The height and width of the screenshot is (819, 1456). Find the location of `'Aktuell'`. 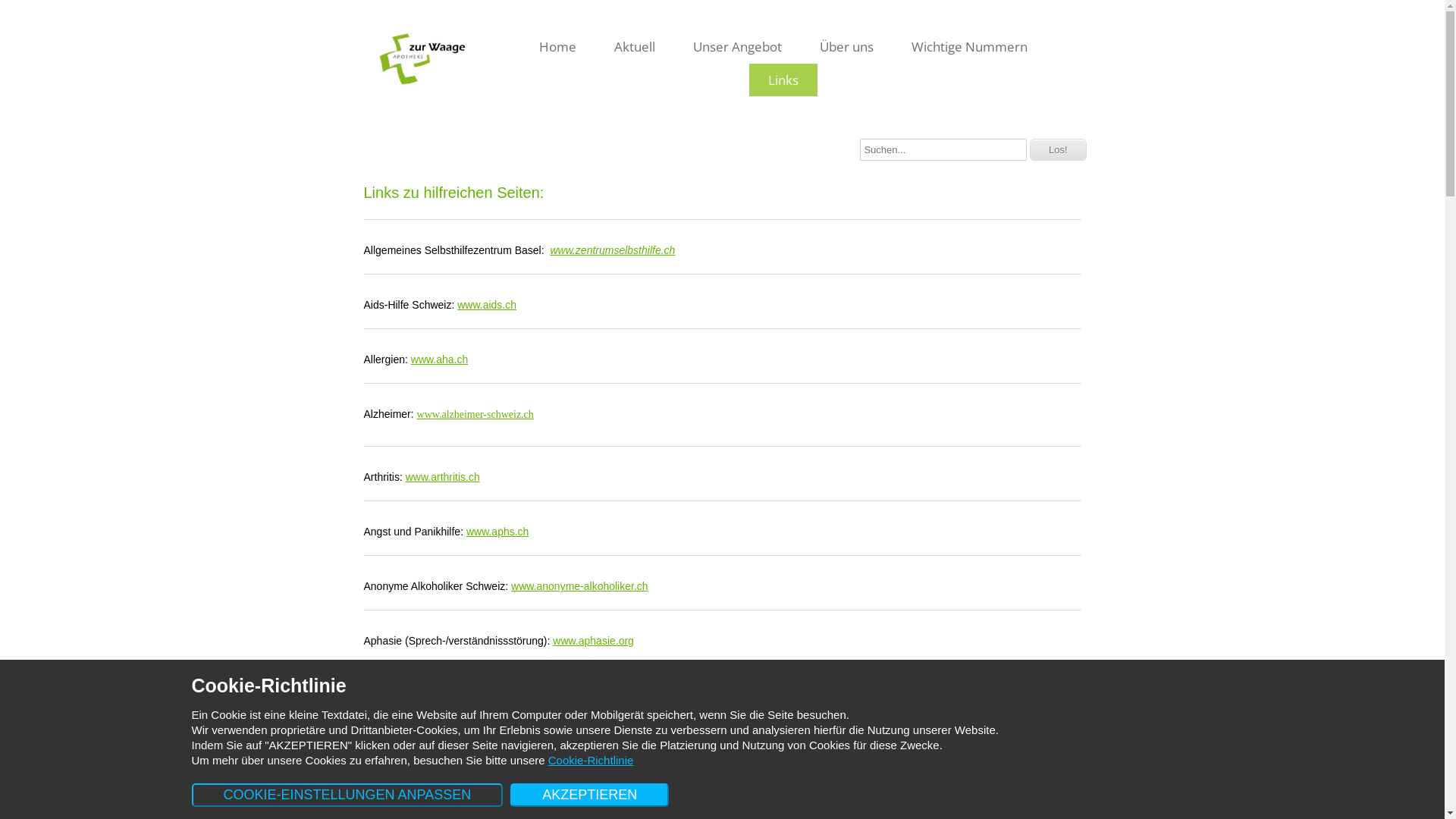

'Aktuell' is located at coordinates (634, 45).